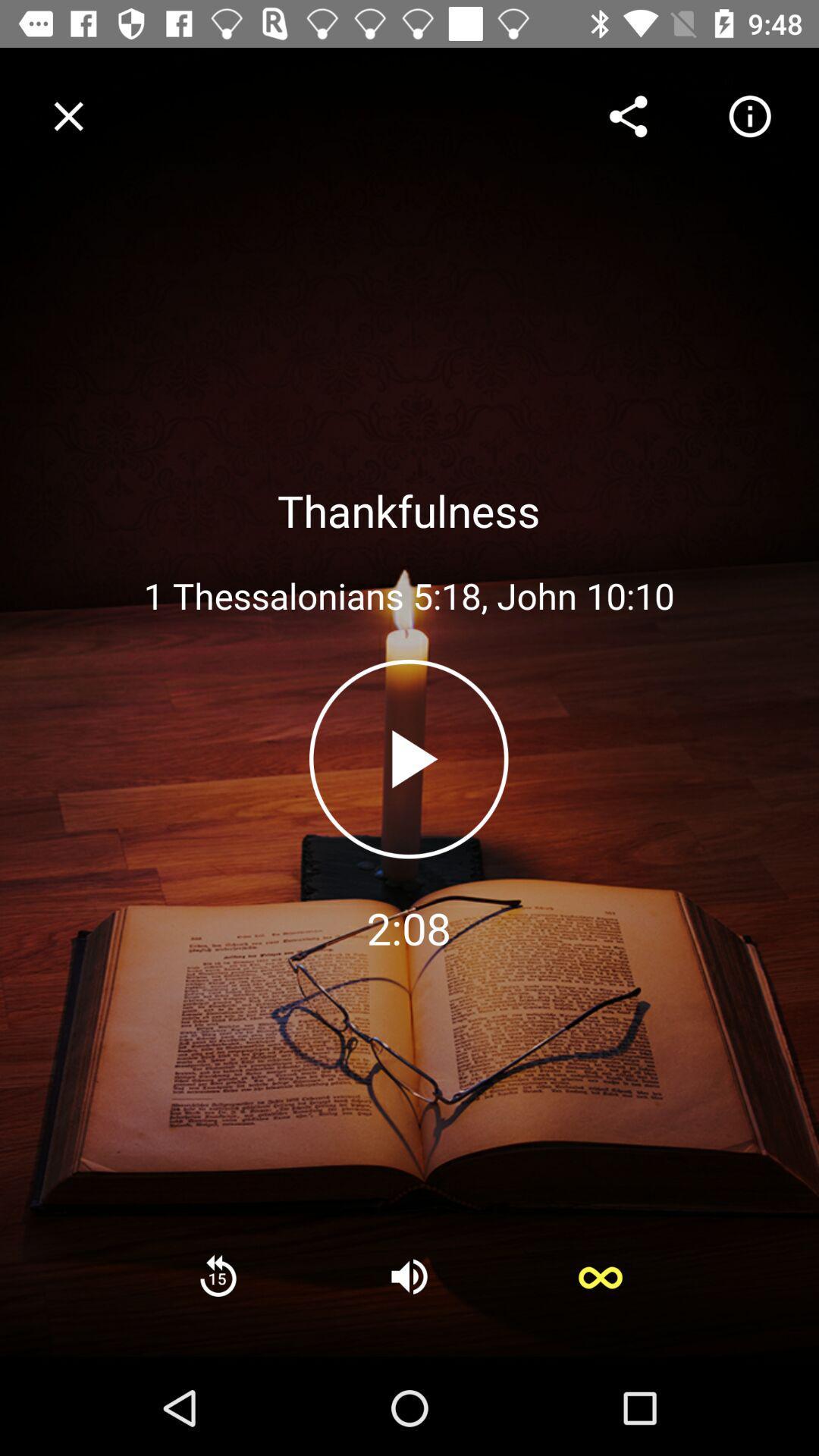 The height and width of the screenshot is (1456, 819). Describe the element at coordinates (409, 1276) in the screenshot. I see `the volume icon` at that location.